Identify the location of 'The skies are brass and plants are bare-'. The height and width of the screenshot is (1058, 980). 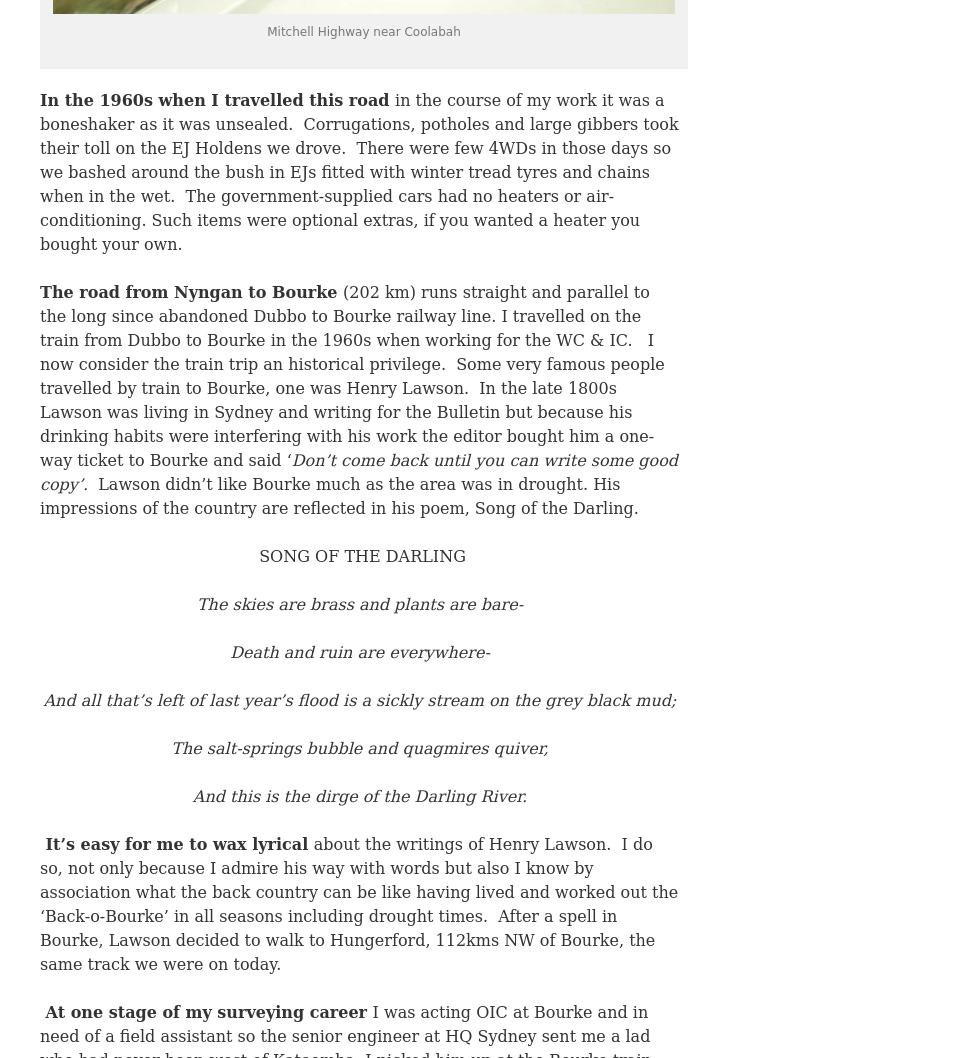
(359, 604).